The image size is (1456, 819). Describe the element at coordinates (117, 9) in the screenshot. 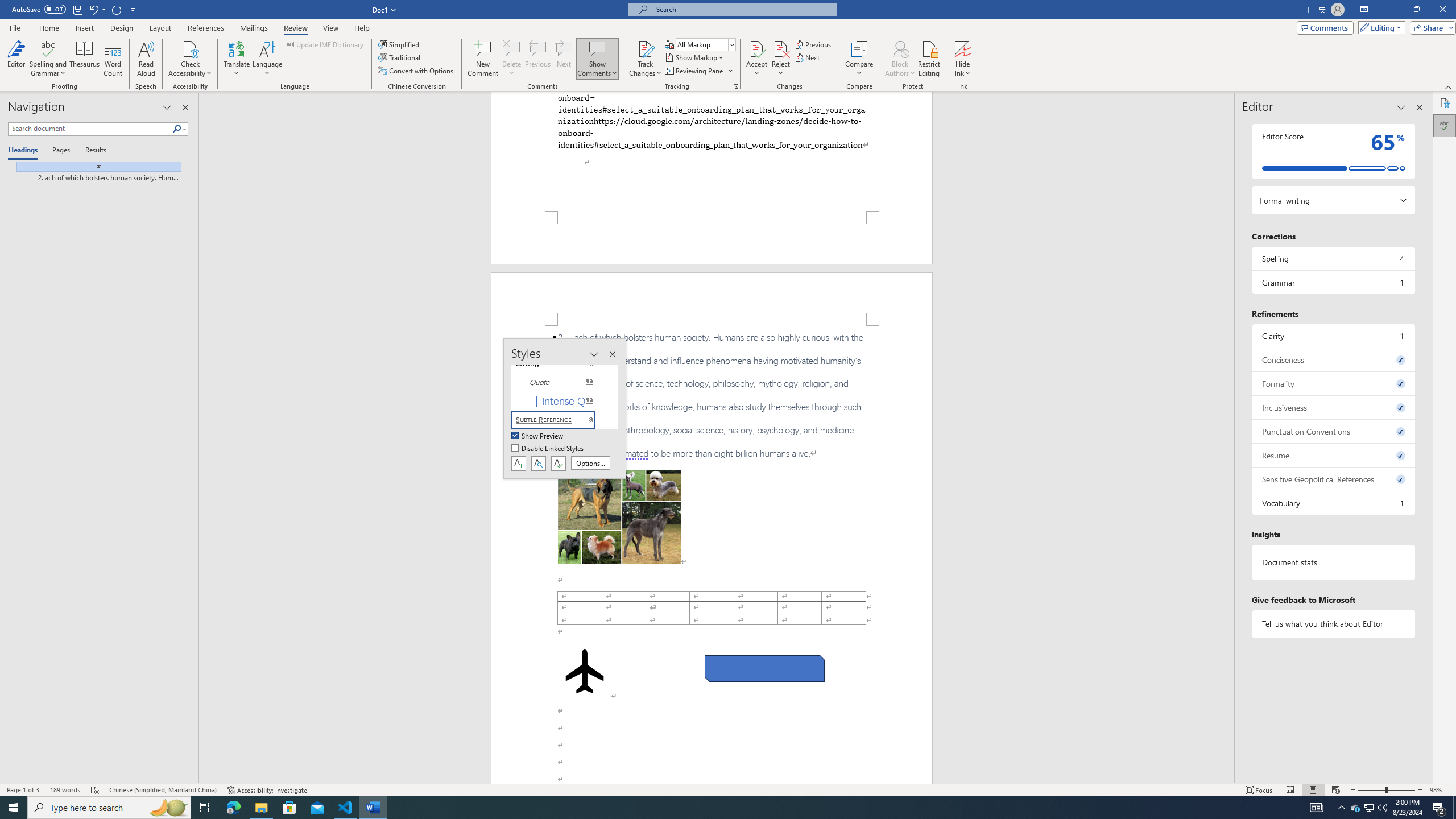

I see `'Repeat Style'` at that location.